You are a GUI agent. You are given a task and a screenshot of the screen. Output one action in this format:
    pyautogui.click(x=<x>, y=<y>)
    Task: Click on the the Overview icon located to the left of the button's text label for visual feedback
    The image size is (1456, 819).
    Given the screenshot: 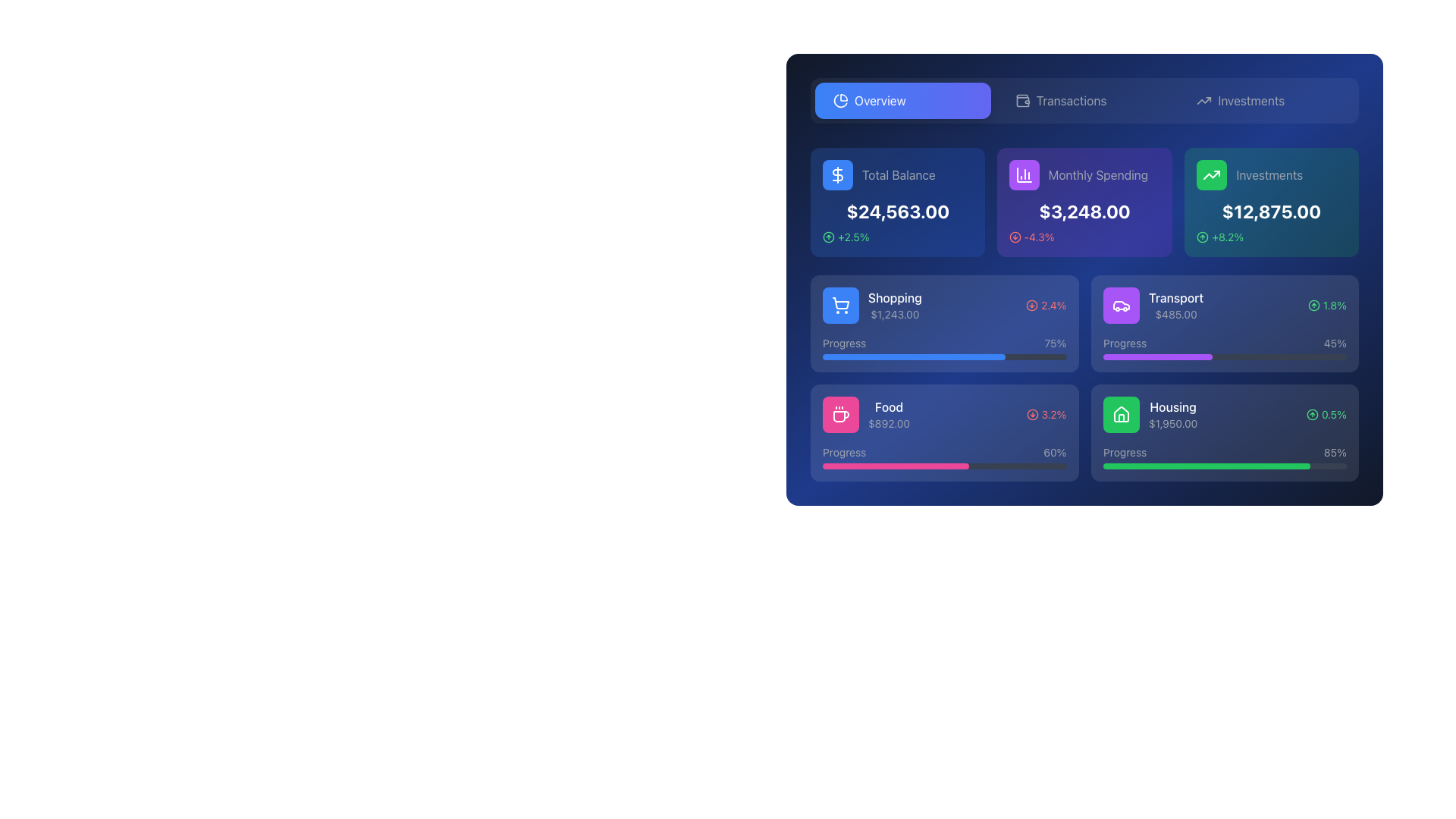 What is the action you would take?
    pyautogui.click(x=839, y=100)
    